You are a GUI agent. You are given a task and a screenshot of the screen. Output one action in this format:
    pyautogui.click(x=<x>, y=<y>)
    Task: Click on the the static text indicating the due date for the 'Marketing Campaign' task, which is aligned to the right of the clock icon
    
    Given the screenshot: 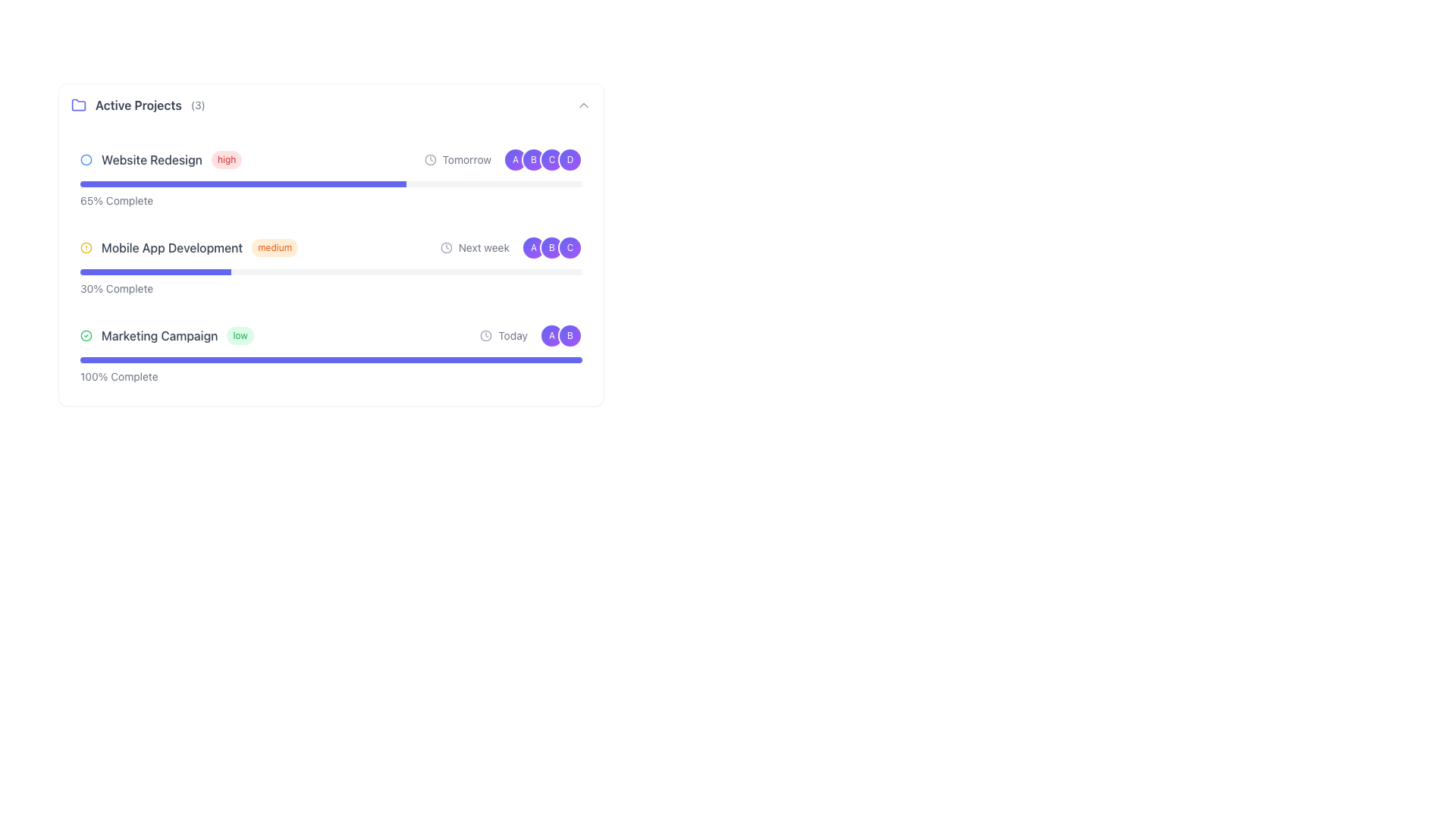 What is the action you would take?
    pyautogui.click(x=513, y=335)
    